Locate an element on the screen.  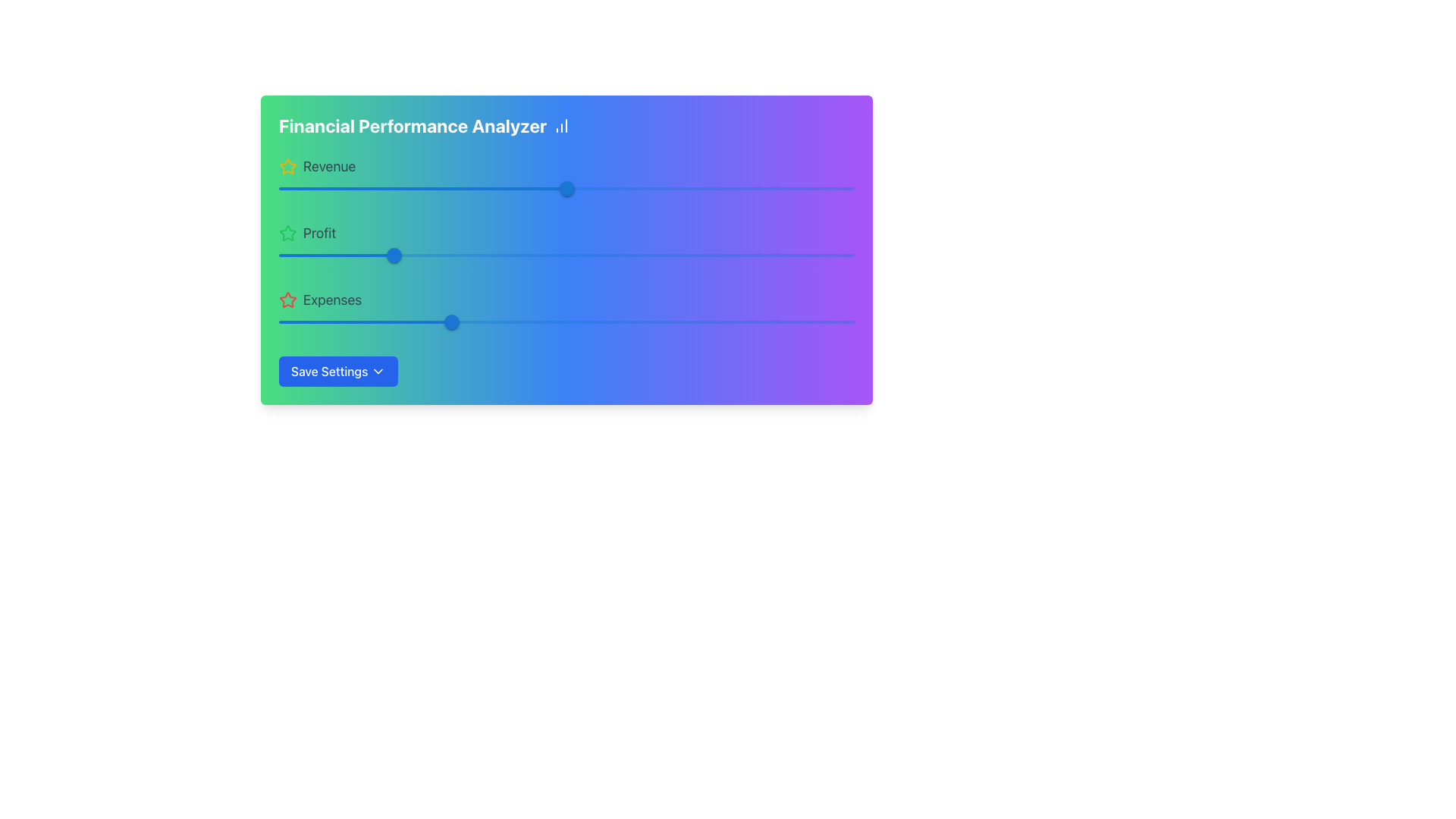
the Expenses slider is located at coordinates (479, 321).